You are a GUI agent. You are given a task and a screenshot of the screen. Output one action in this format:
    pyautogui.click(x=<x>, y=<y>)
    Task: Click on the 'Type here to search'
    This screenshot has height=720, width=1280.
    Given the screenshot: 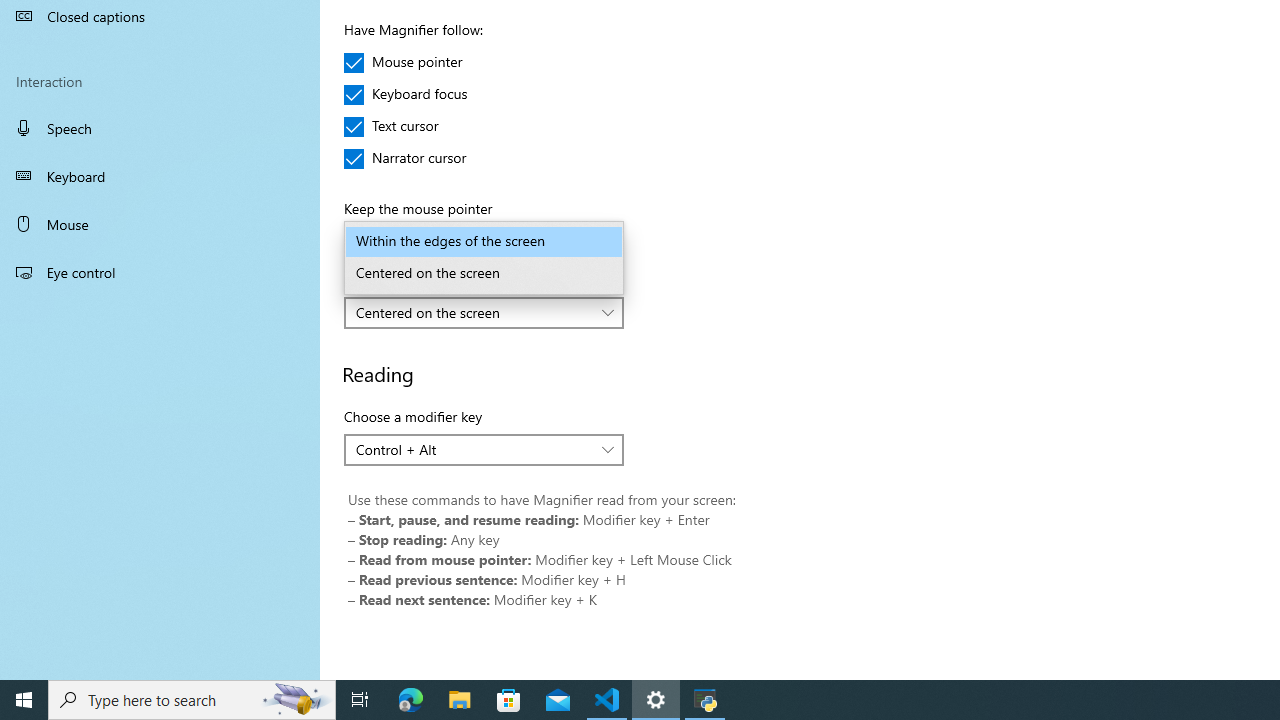 What is the action you would take?
    pyautogui.click(x=192, y=698)
    